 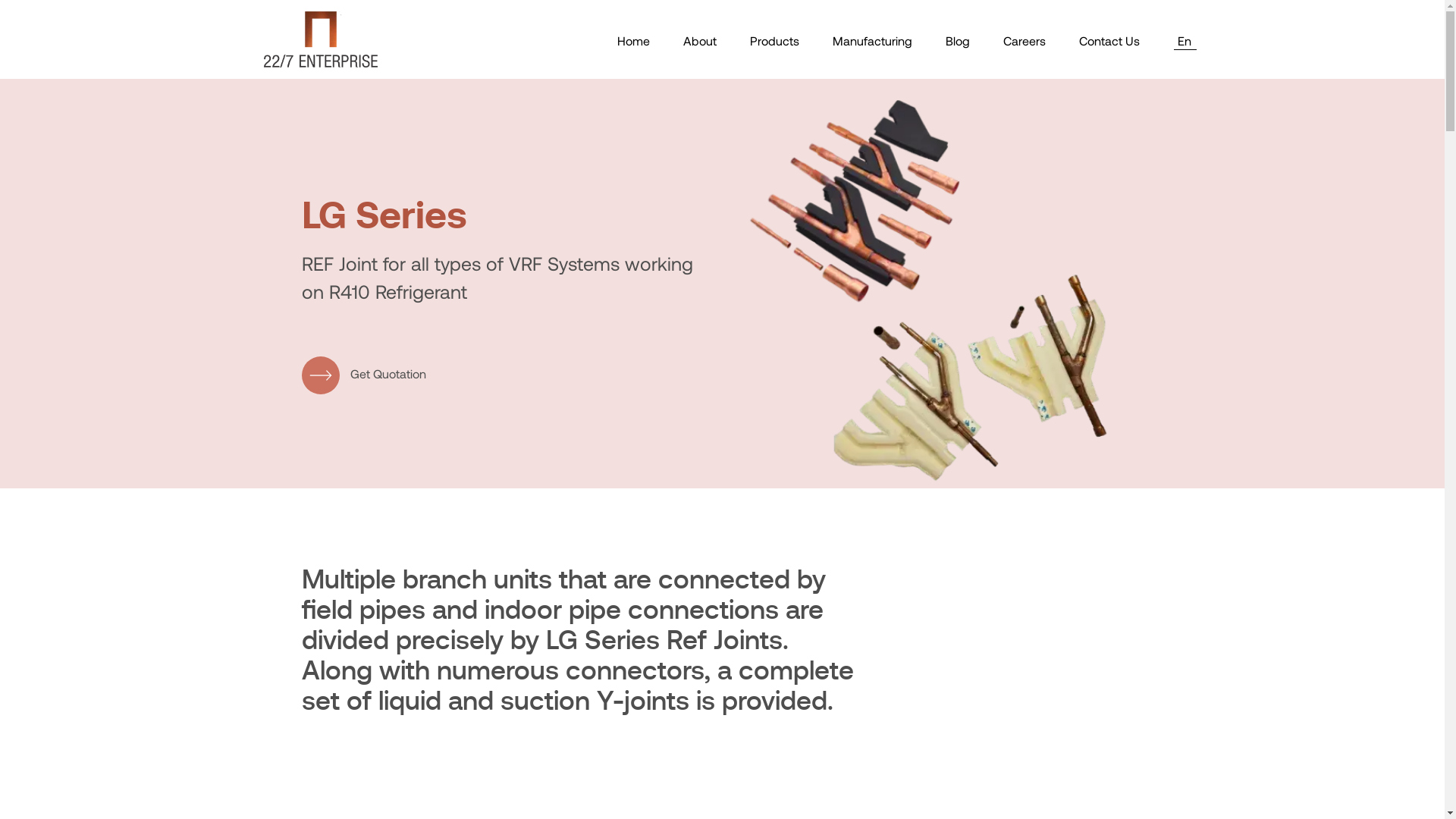 What do you see at coordinates (698, 39) in the screenshot?
I see `'About'` at bounding box center [698, 39].